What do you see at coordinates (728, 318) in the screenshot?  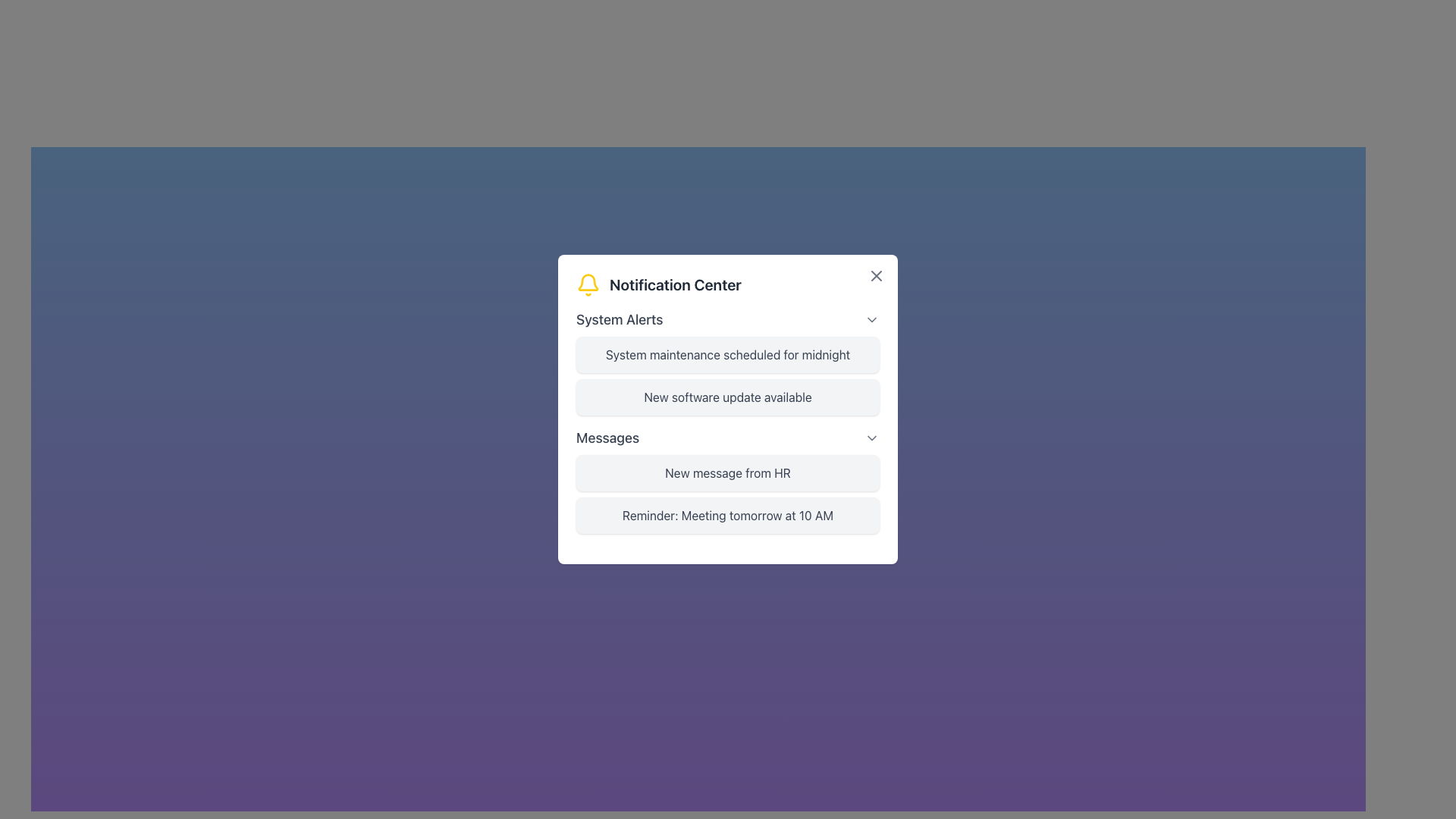 I see `the 'System Alerts' dropdown header using the keyboard and select it to toggle the notifications` at bounding box center [728, 318].